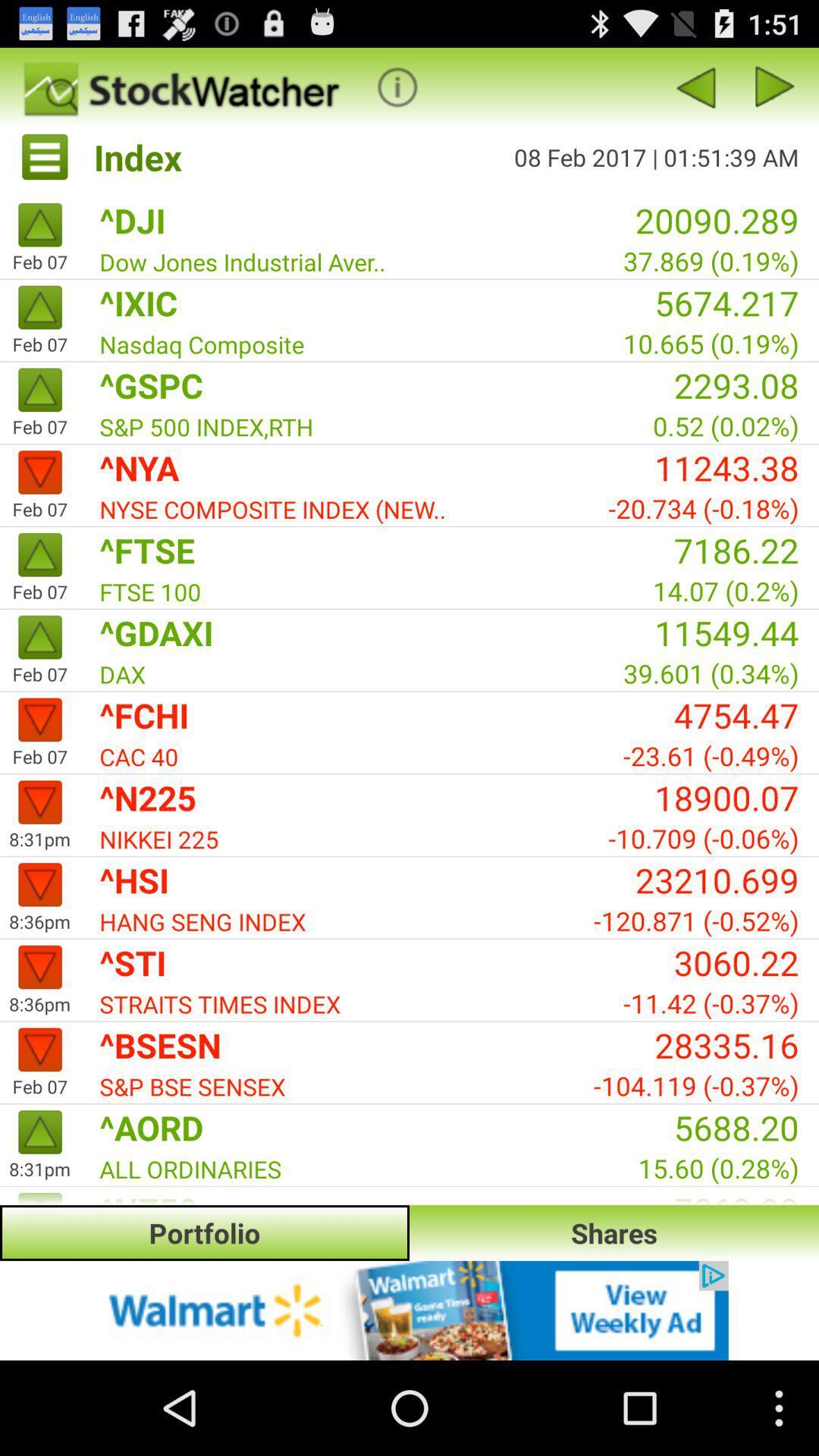 Image resolution: width=819 pixels, height=1456 pixels. Describe the element at coordinates (397, 86) in the screenshot. I see `icon button` at that location.